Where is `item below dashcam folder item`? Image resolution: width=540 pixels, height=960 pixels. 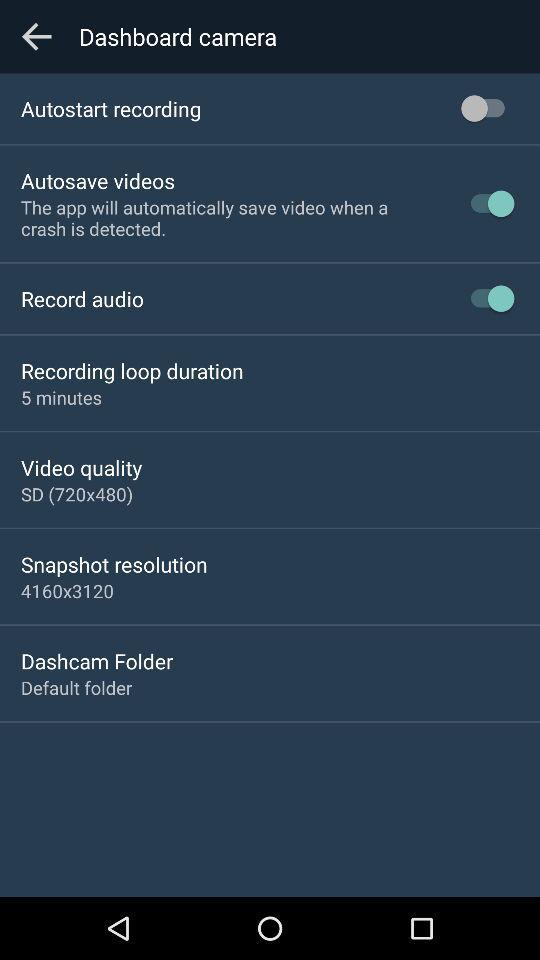
item below dashcam folder item is located at coordinates (75, 687).